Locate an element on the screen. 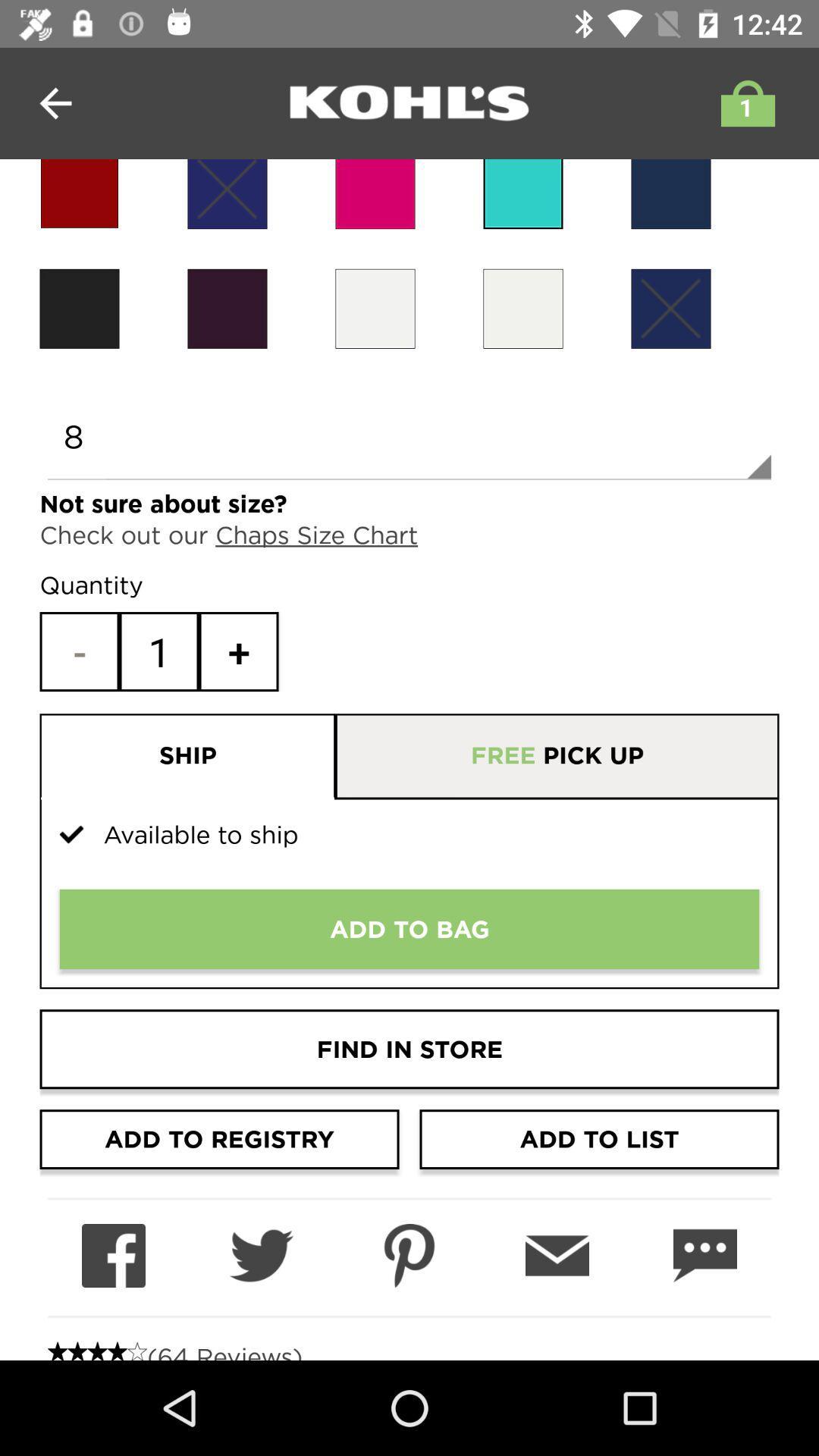 The image size is (819, 1456). go back is located at coordinates (55, 102).